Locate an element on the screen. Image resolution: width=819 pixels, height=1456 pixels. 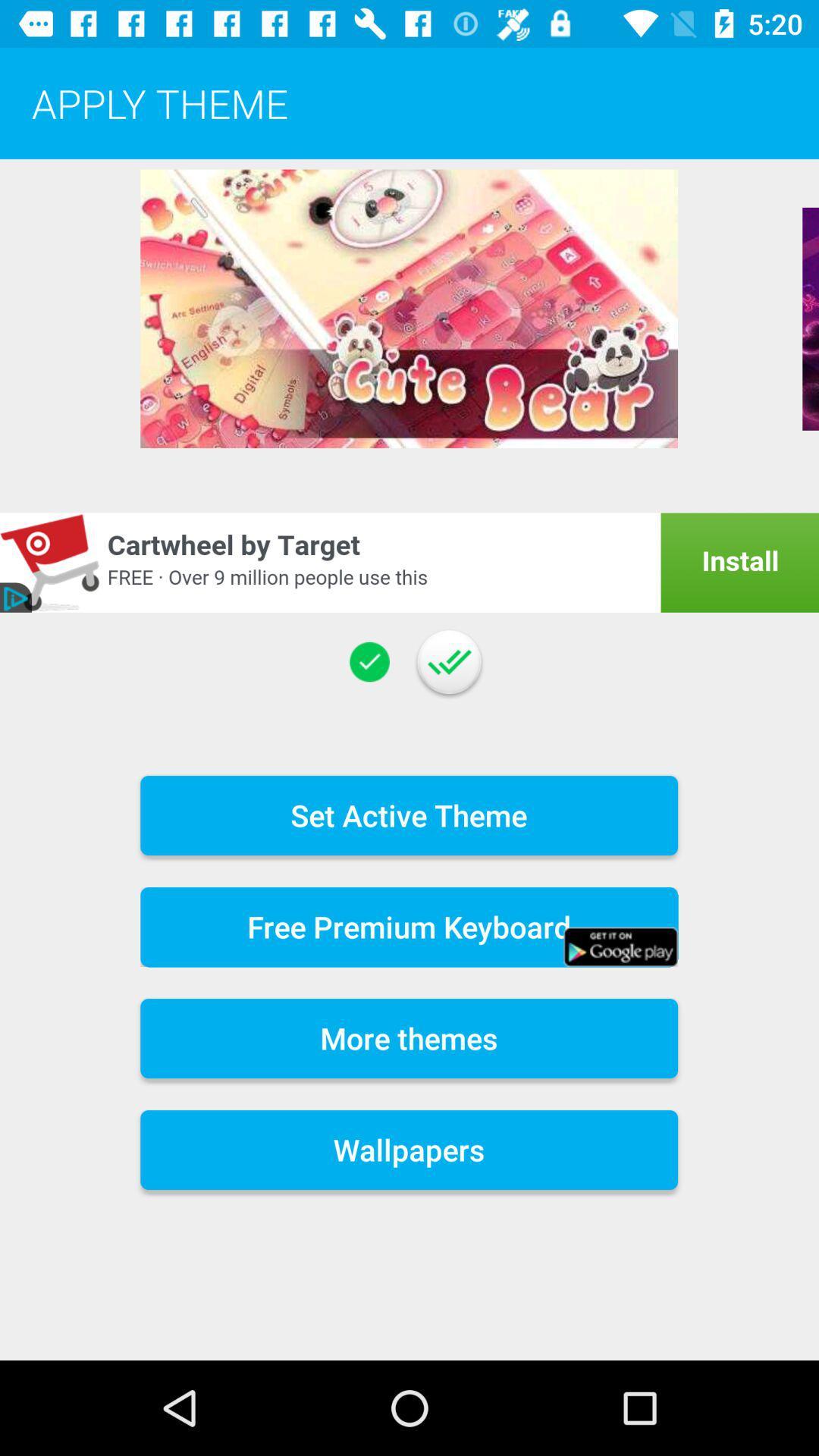
the icon above the wallpapers is located at coordinates (408, 1037).